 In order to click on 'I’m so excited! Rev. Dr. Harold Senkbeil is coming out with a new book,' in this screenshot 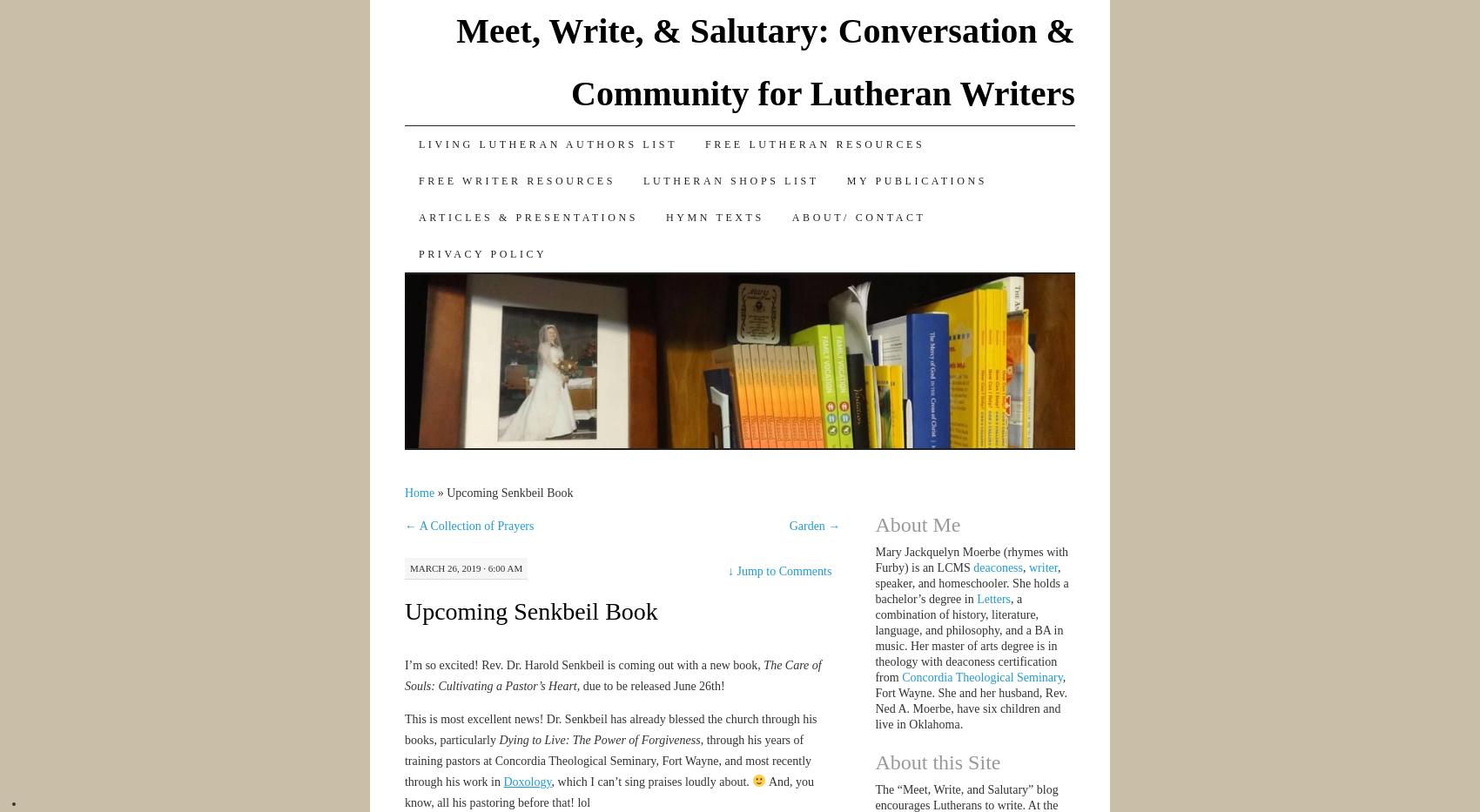, I will do `click(583, 663)`.